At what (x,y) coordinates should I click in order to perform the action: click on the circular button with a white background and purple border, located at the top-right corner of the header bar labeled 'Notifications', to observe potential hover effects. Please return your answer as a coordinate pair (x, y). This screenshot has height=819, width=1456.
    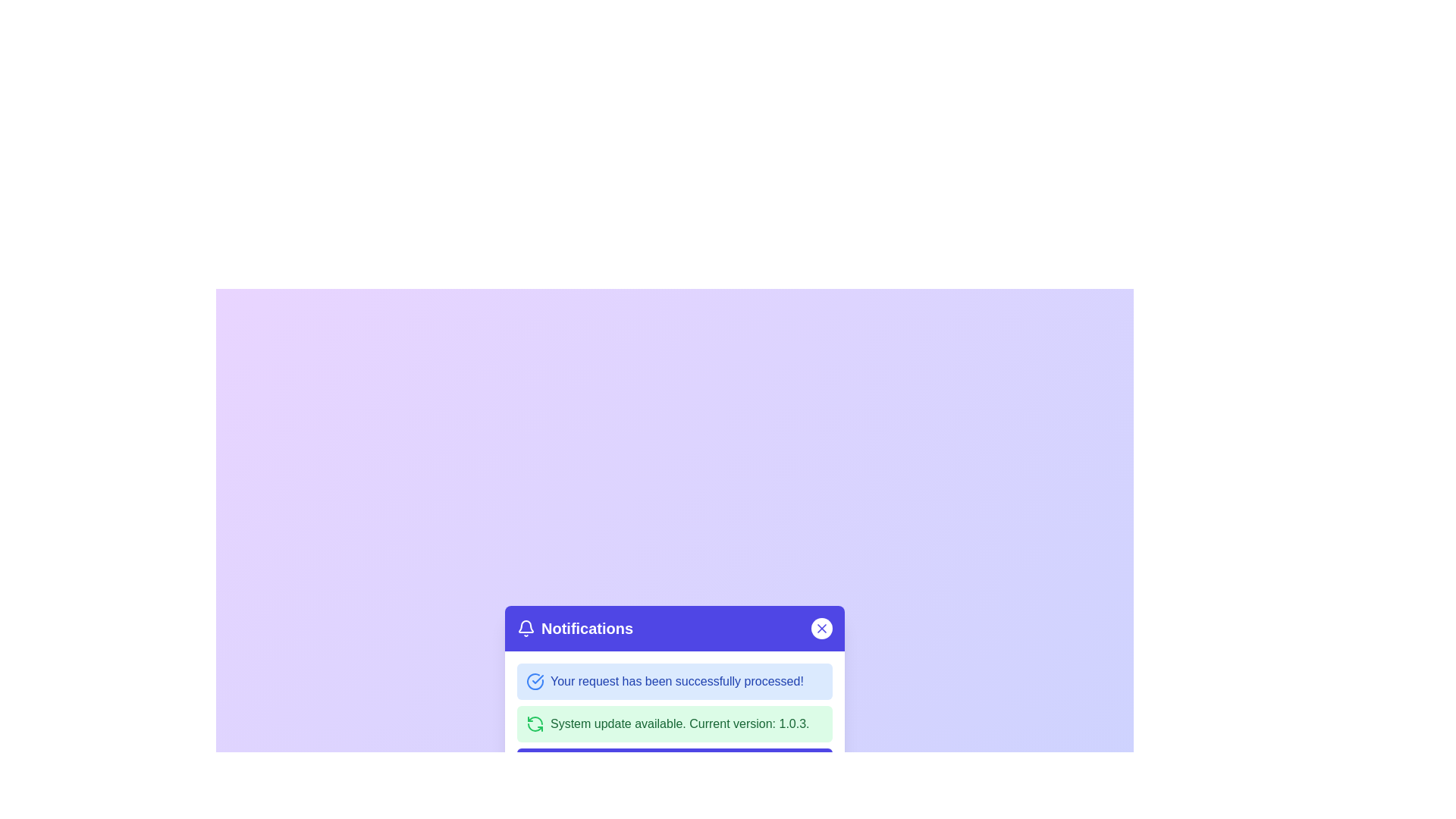
    Looking at the image, I should click on (821, 629).